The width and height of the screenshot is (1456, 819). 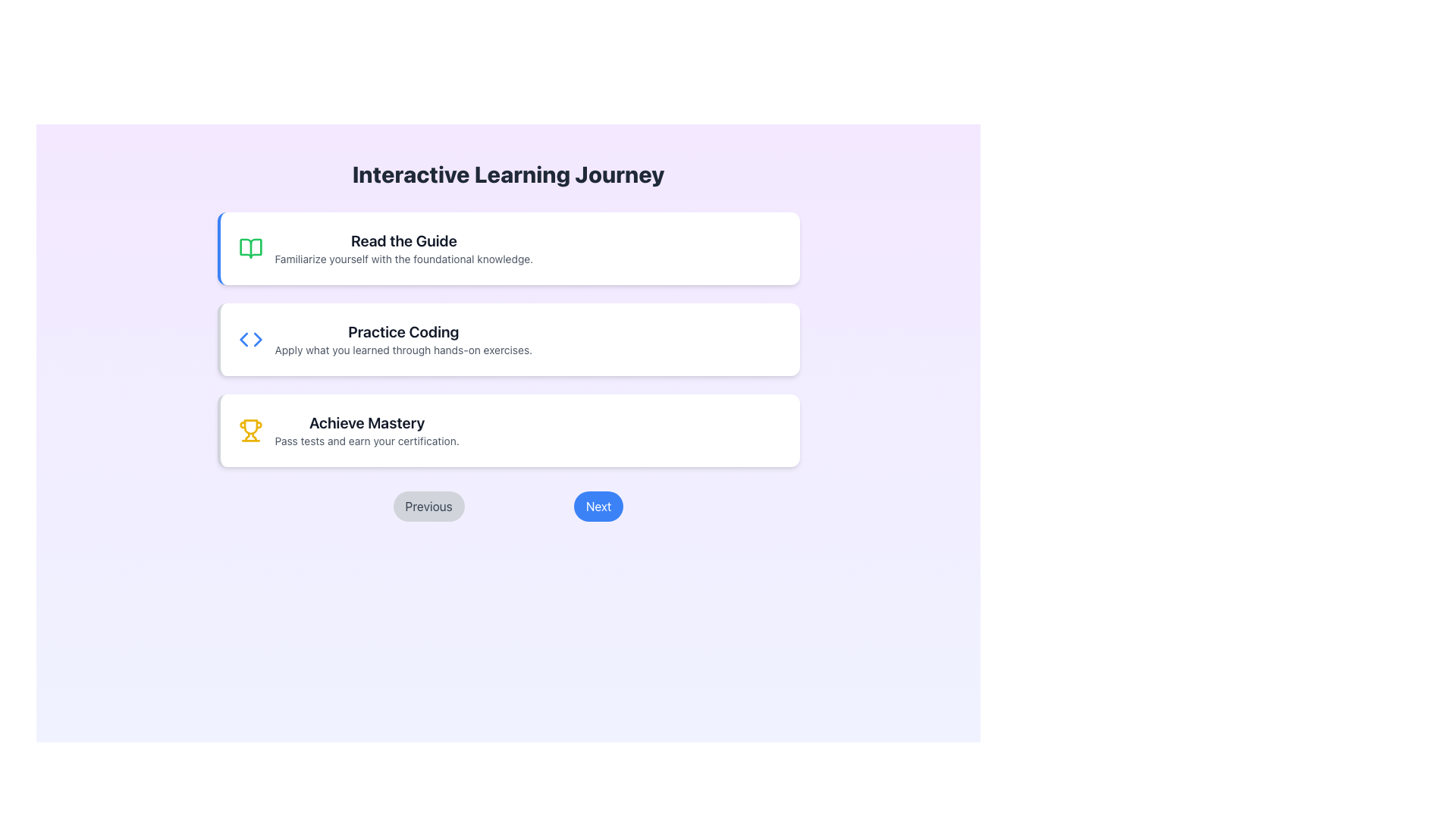 What do you see at coordinates (403, 331) in the screenshot?
I see `the title text element located in the middle of the second card in a vertical list, which summarizes the content of the section` at bounding box center [403, 331].